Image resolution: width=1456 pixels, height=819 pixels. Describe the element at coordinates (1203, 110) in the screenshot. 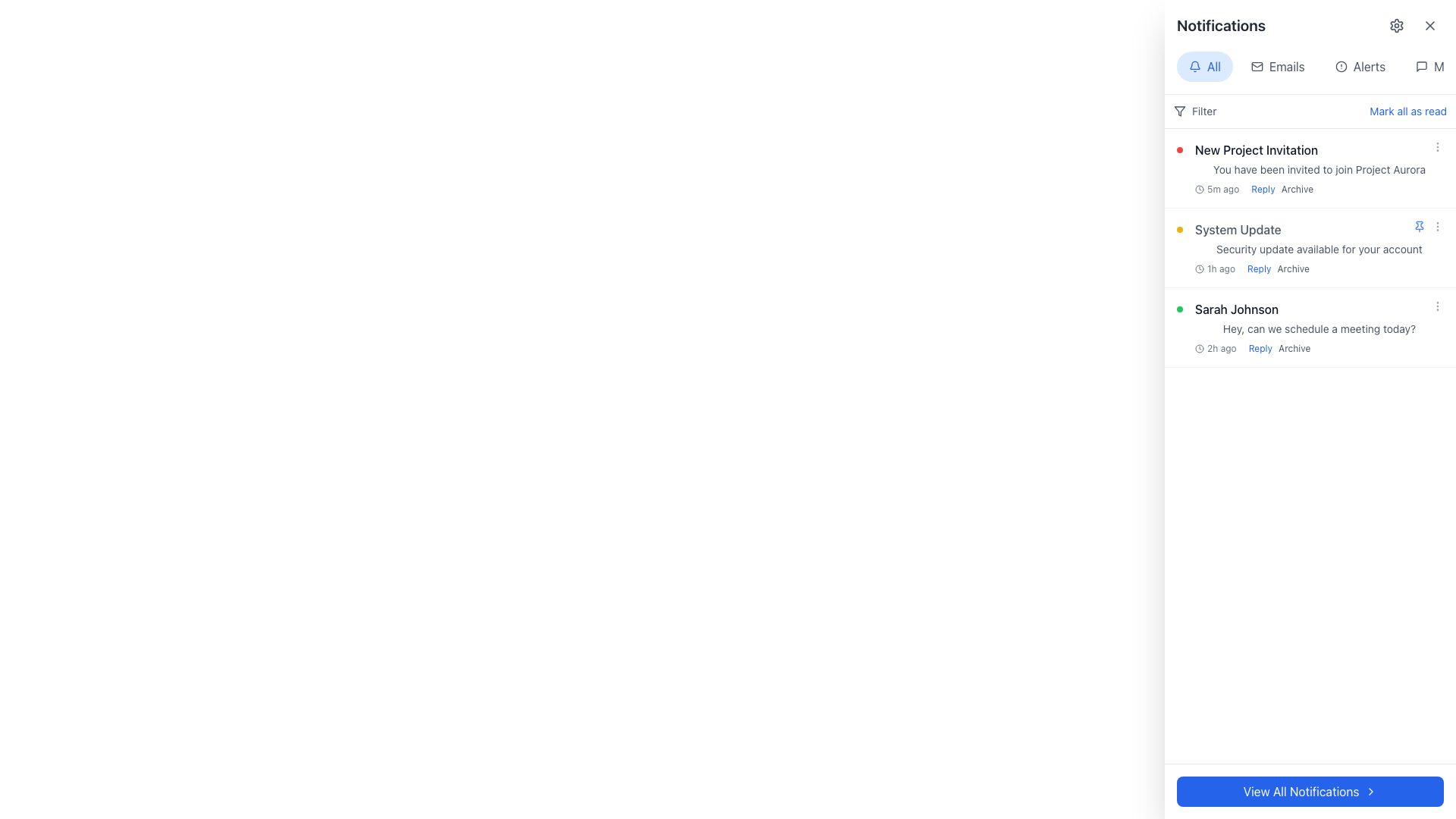

I see `the Text Label that indicates the purpose of filtering, located in the top left area of the notifications section, adjacent to the filter icon` at that location.